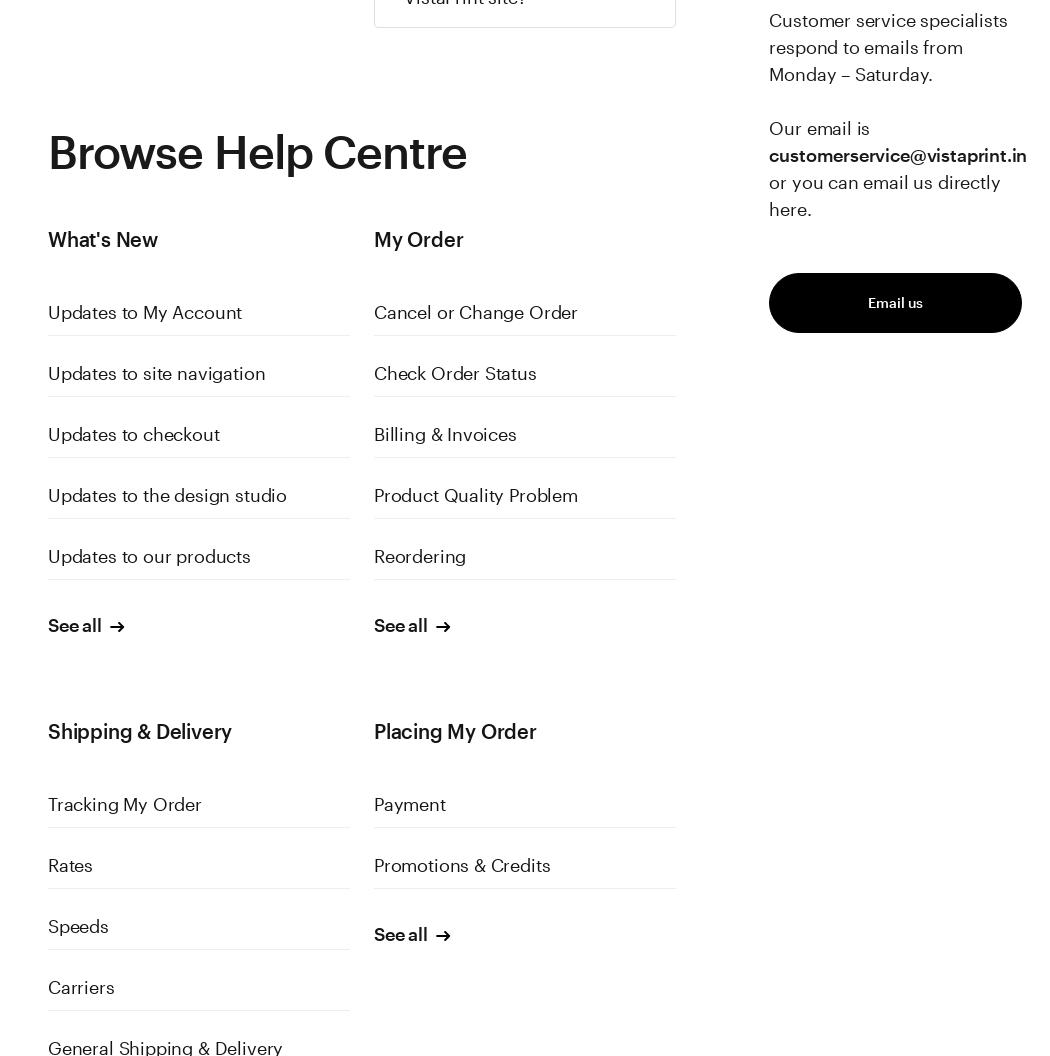 This screenshot has width=1050, height=1056. Describe the element at coordinates (475, 494) in the screenshot. I see `'Product Quality Problem'` at that location.